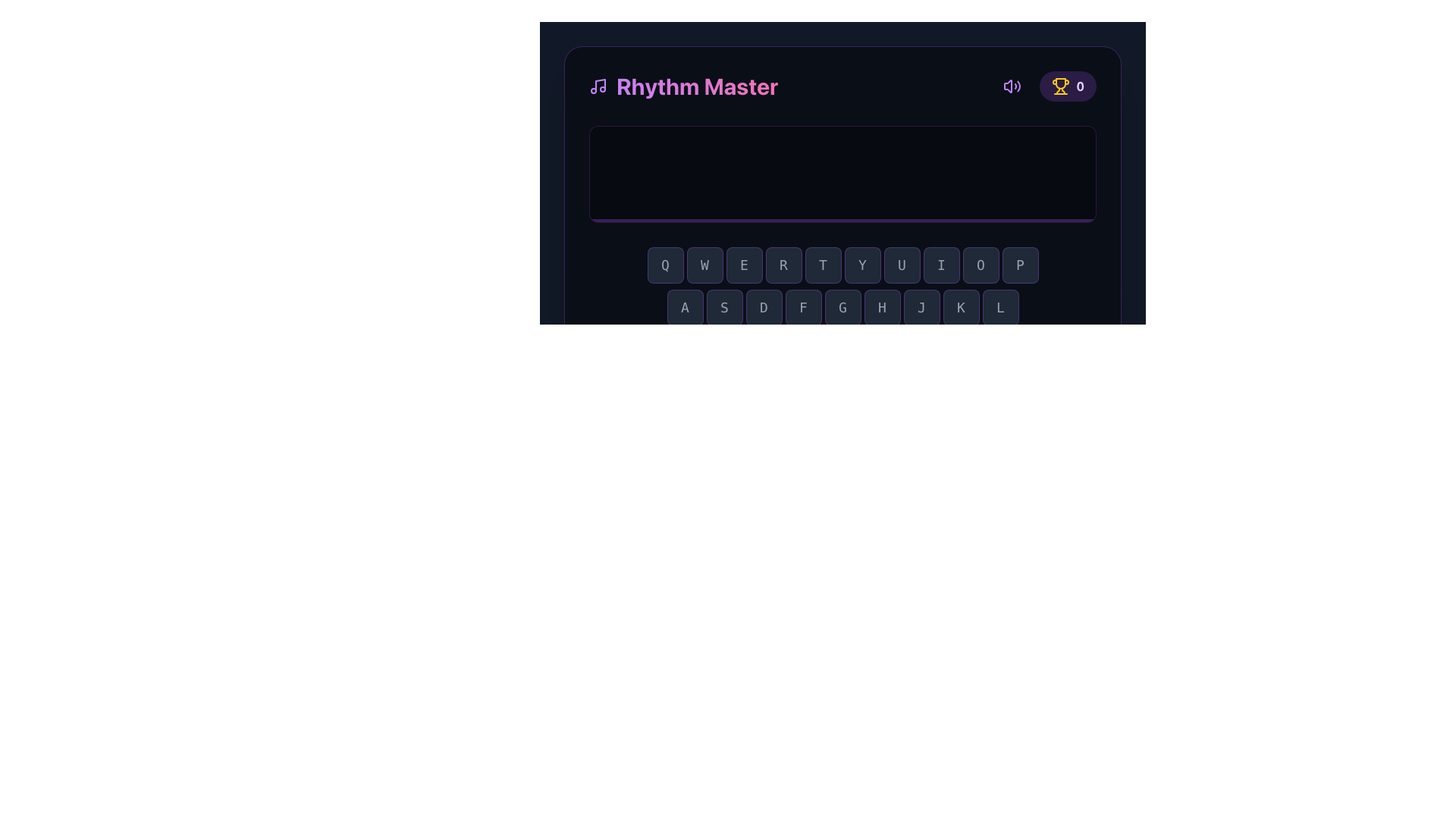 Image resolution: width=1456 pixels, height=819 pixels. I want to click on the Decorative panel located below the title 'Rhythm Master' and above the keyboard layout, so click(842, 174).